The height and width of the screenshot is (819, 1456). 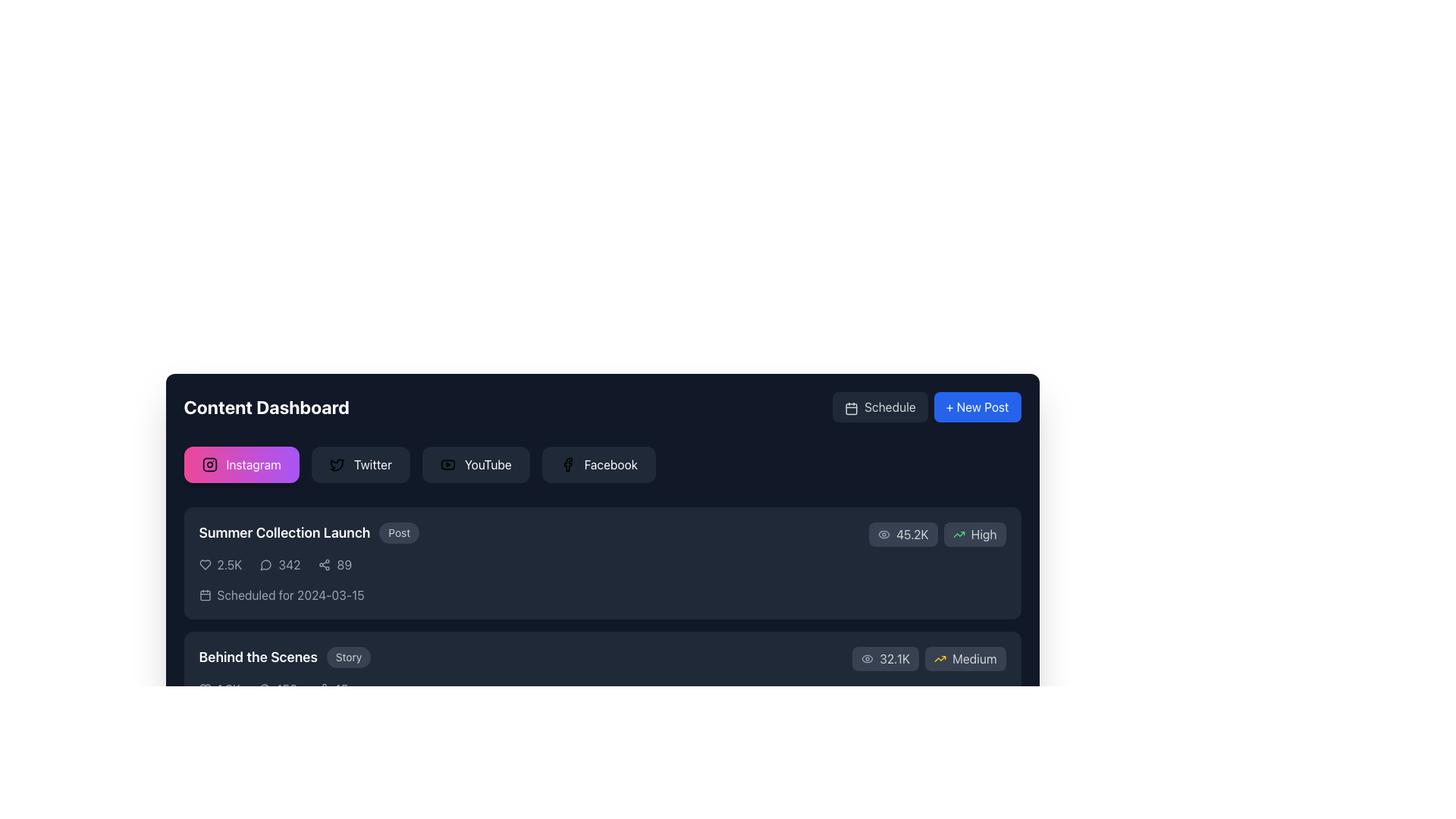 I want to click on the YouTube button, which is a dark capsule-shaped button located in the Content Dashboard section, so click(x=447, y=464).